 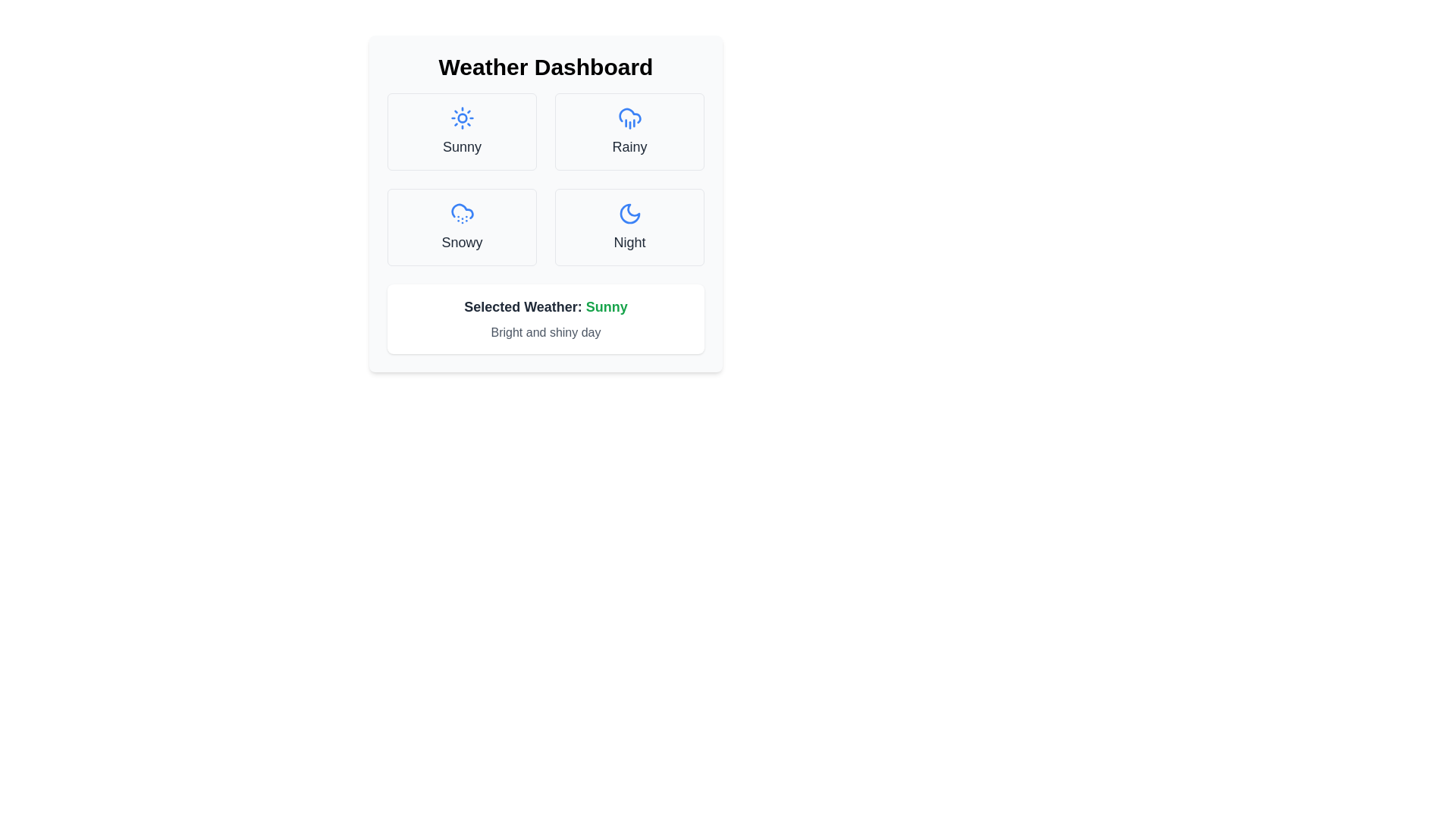 I want to click on the 'Sunny' weather button located in the top-left position of the Weather Dashboard, so click(x=461, y=130).